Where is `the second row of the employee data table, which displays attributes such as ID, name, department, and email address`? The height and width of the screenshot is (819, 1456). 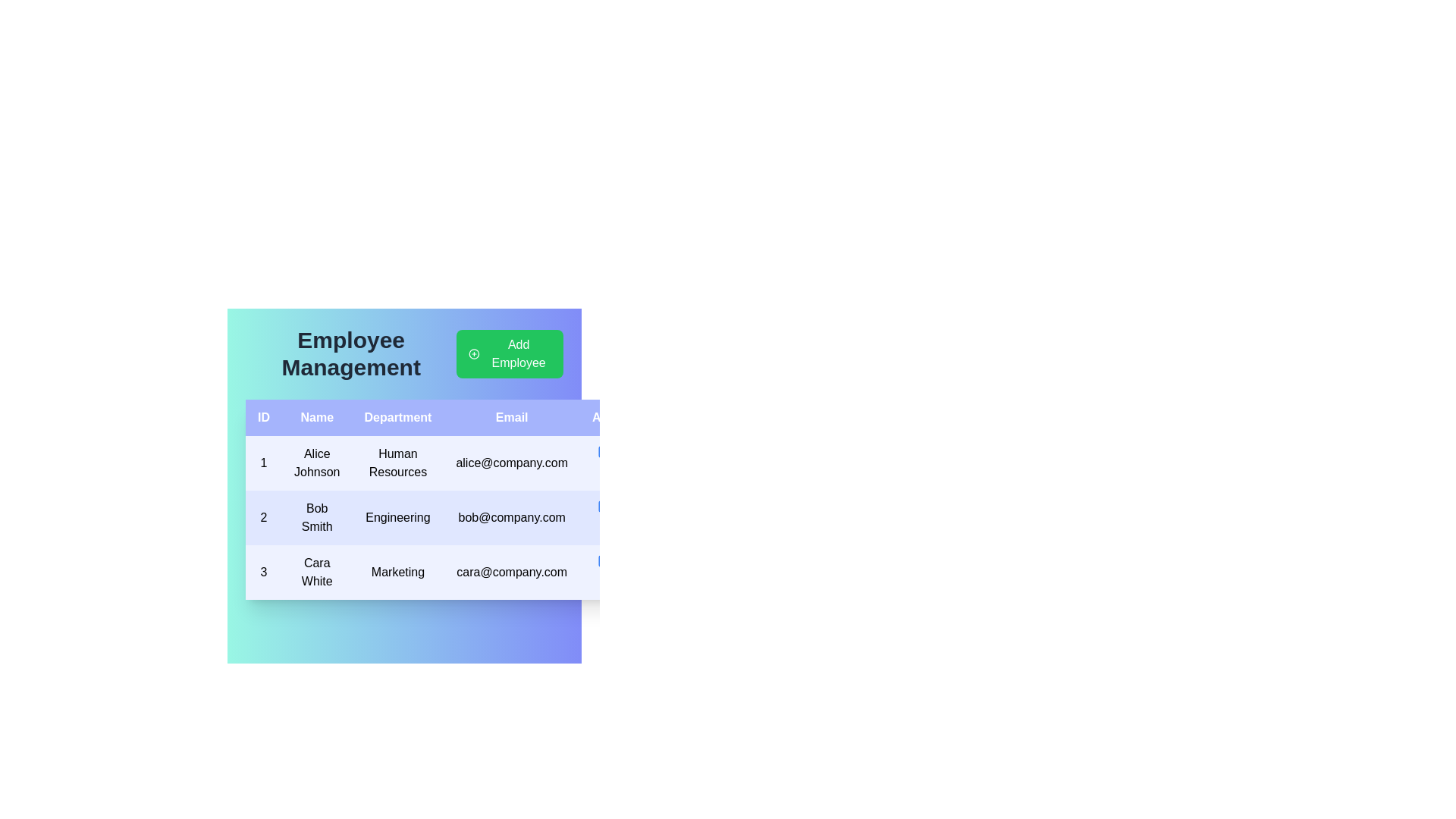
the second row of the employee data table, which displays attributes such as ID, name, department, and email address is located at coordinates (446, 516).